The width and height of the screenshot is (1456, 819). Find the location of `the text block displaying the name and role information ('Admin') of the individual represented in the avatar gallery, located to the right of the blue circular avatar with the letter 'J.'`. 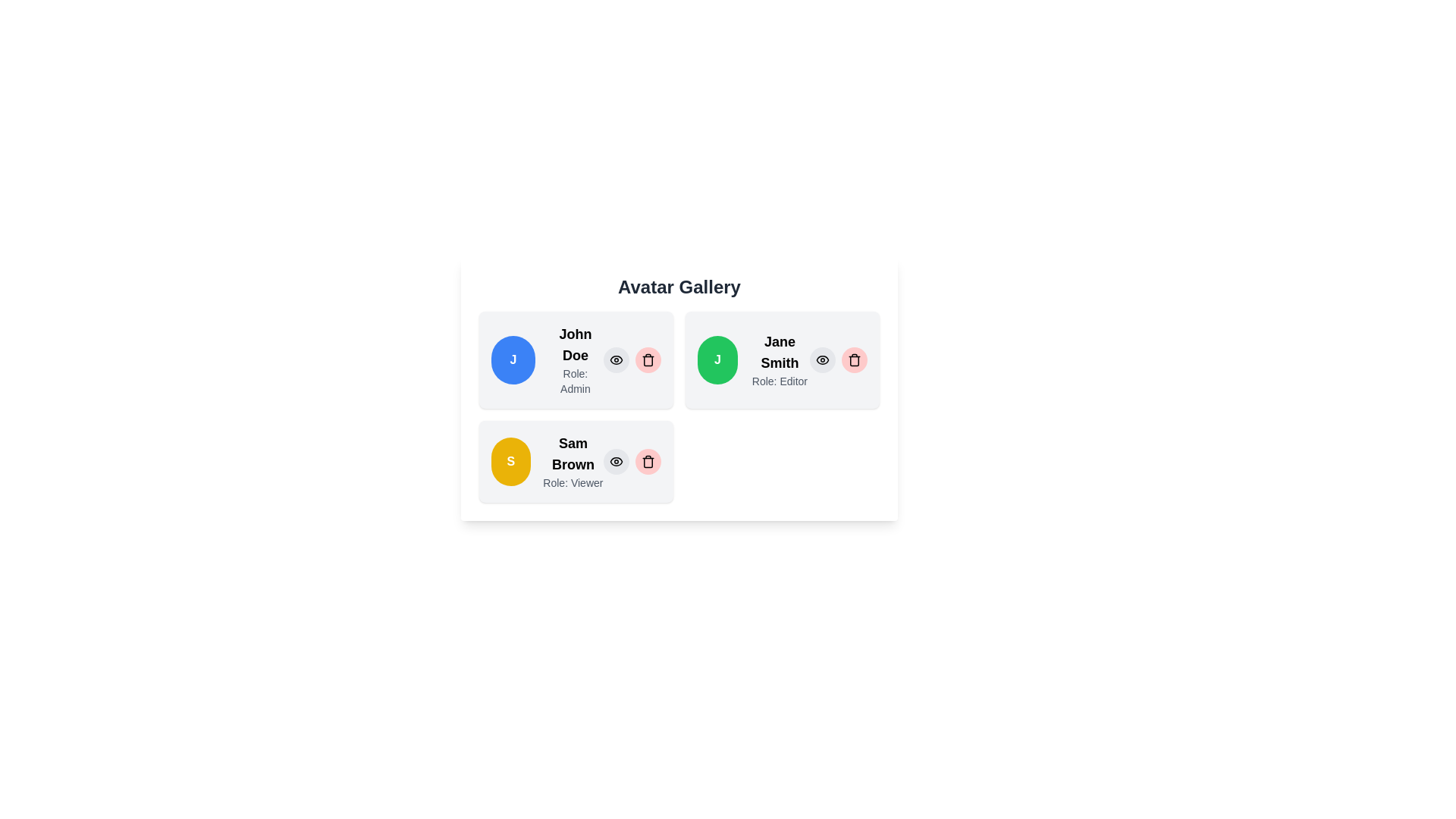

the text block displaying the name and role information ('Admin') of the individual represented in the avatar gallery, located to the right of the blue circular avatar with the letter 'J.' is located at coordinates (574, 359).